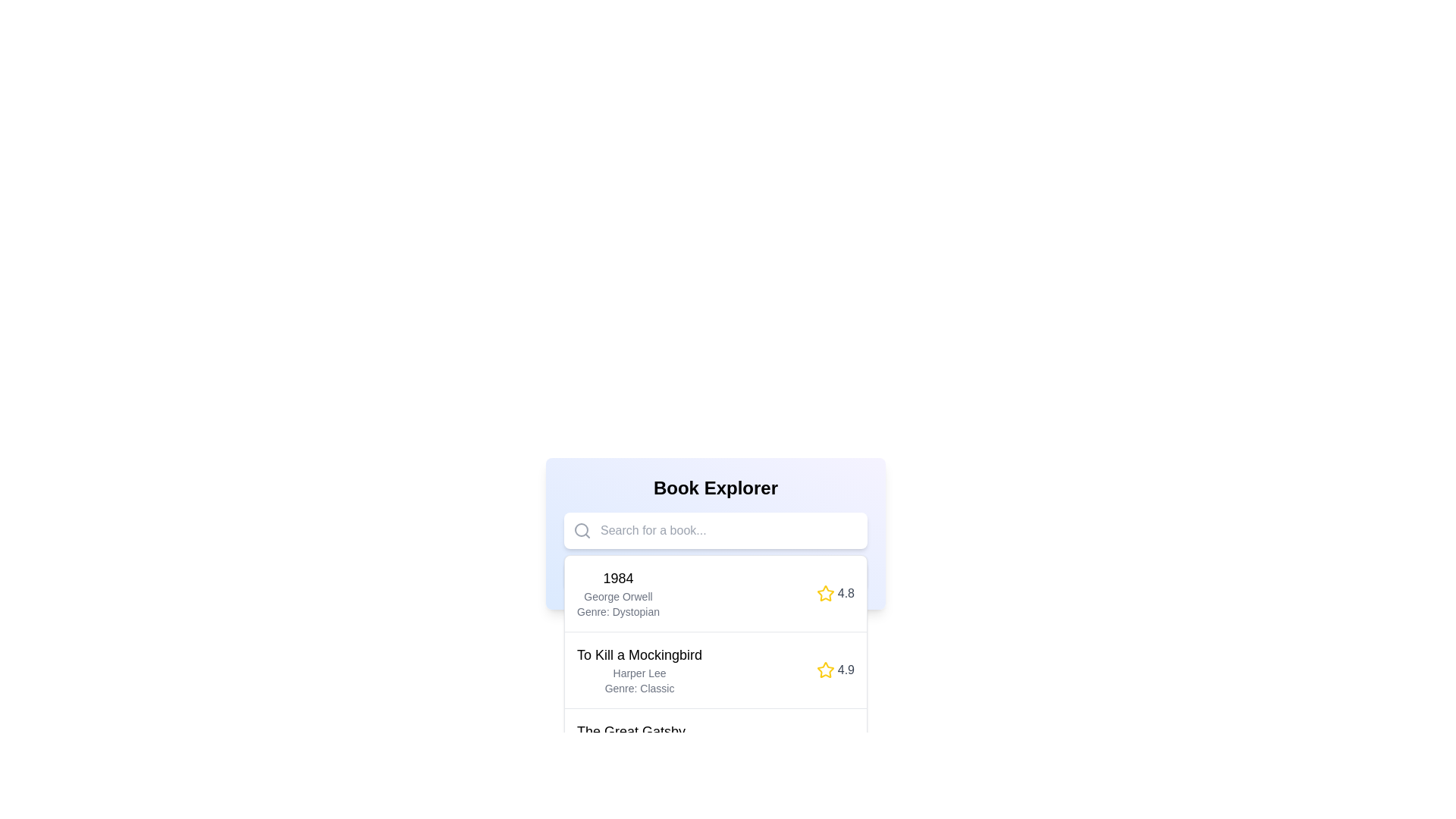 Image resolution: width=1456 pixels, height=819 pixels. Describe the element at coordinates (715, 593) in the screenshot. I see `the first book entry in the list, which contains details like title, author, genre, and rating, located just beneath the search bar` at that location.